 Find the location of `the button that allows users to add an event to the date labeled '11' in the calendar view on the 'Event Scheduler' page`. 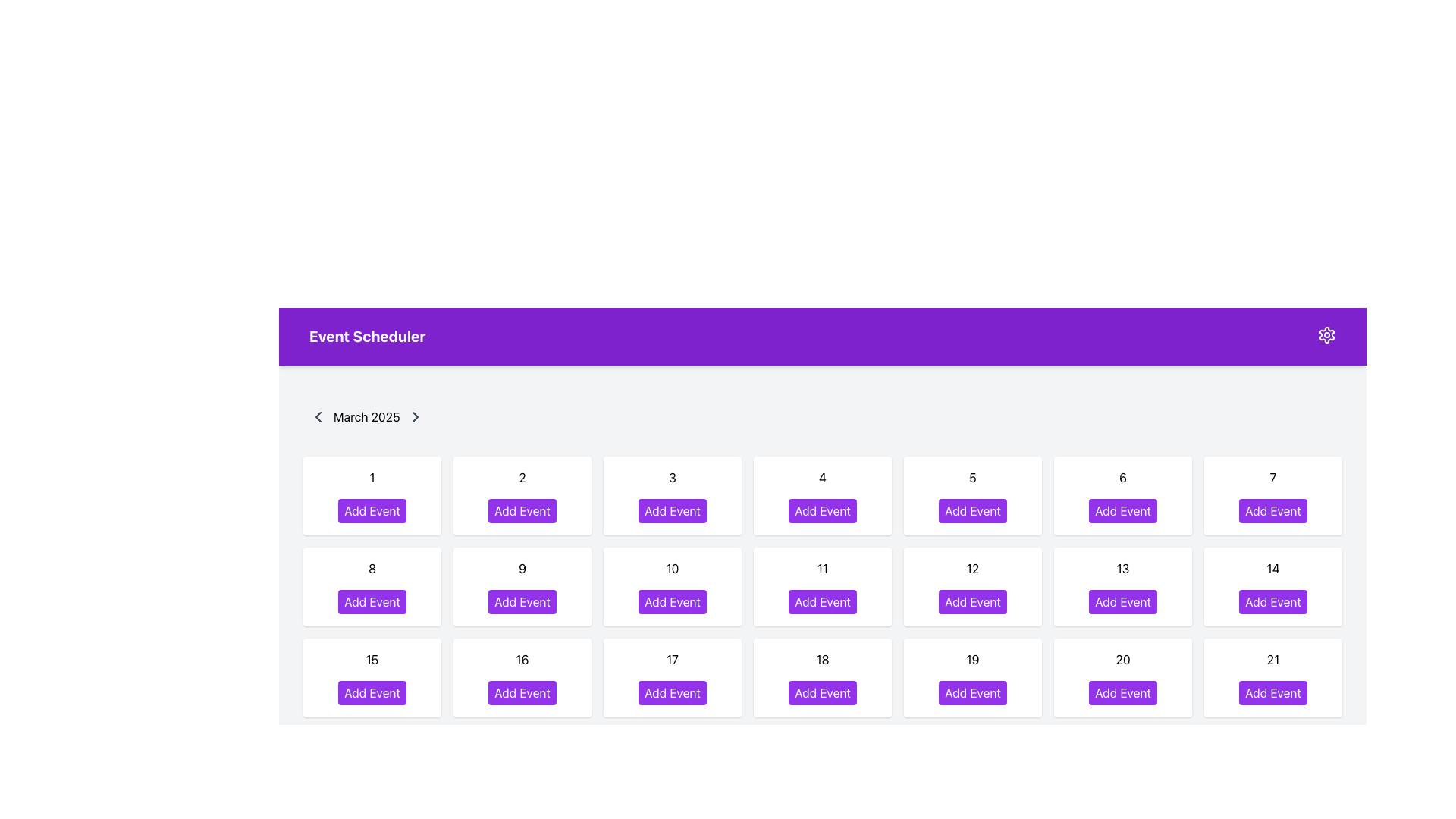

the button that allows users to add an event to the date labeled '11' in the calendar view on the 'Event Scheduler' page is located at coordinates (821, 601).